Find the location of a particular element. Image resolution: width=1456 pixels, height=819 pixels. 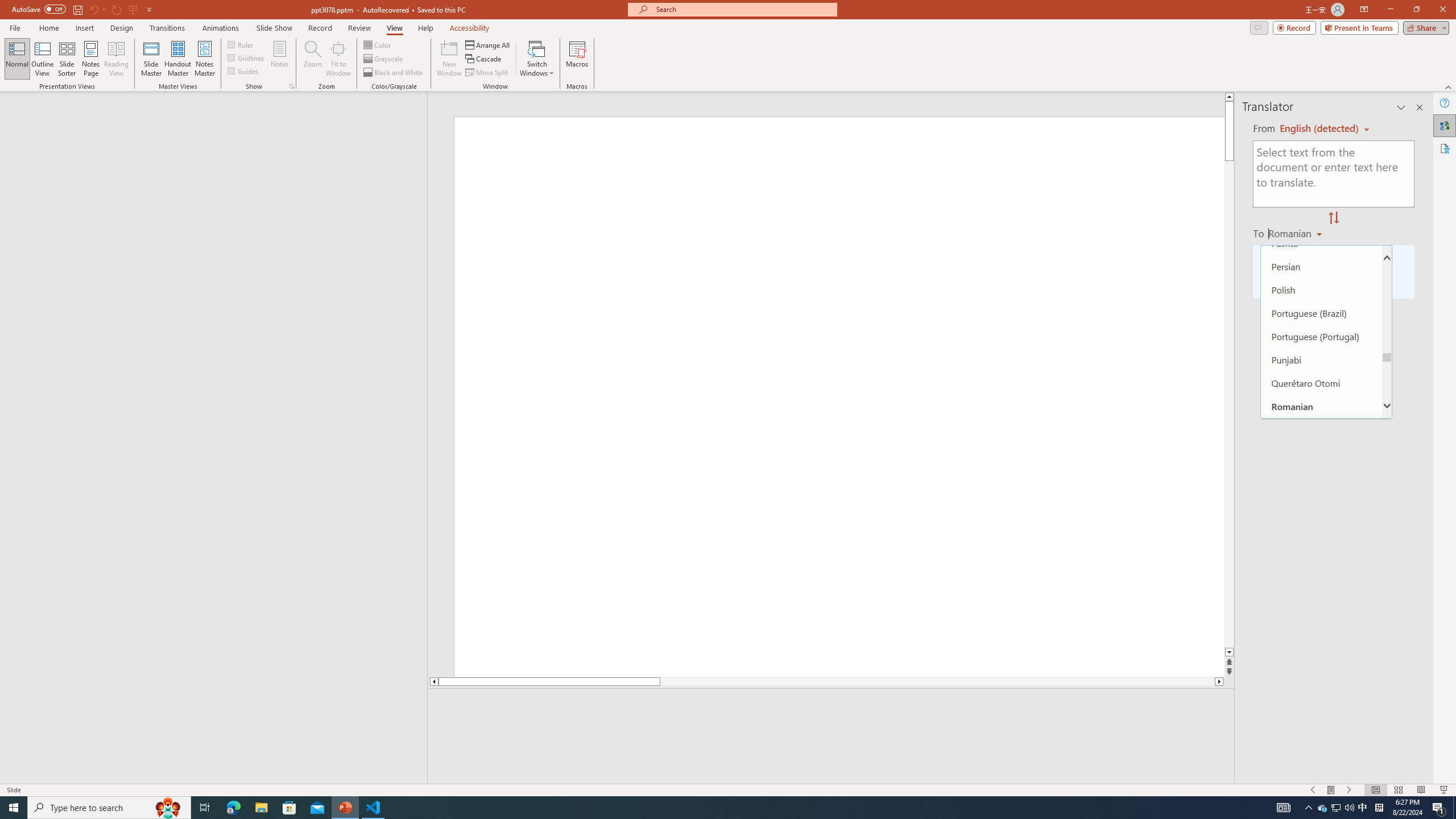

'Outline View' is located at coordinates (42, 59).